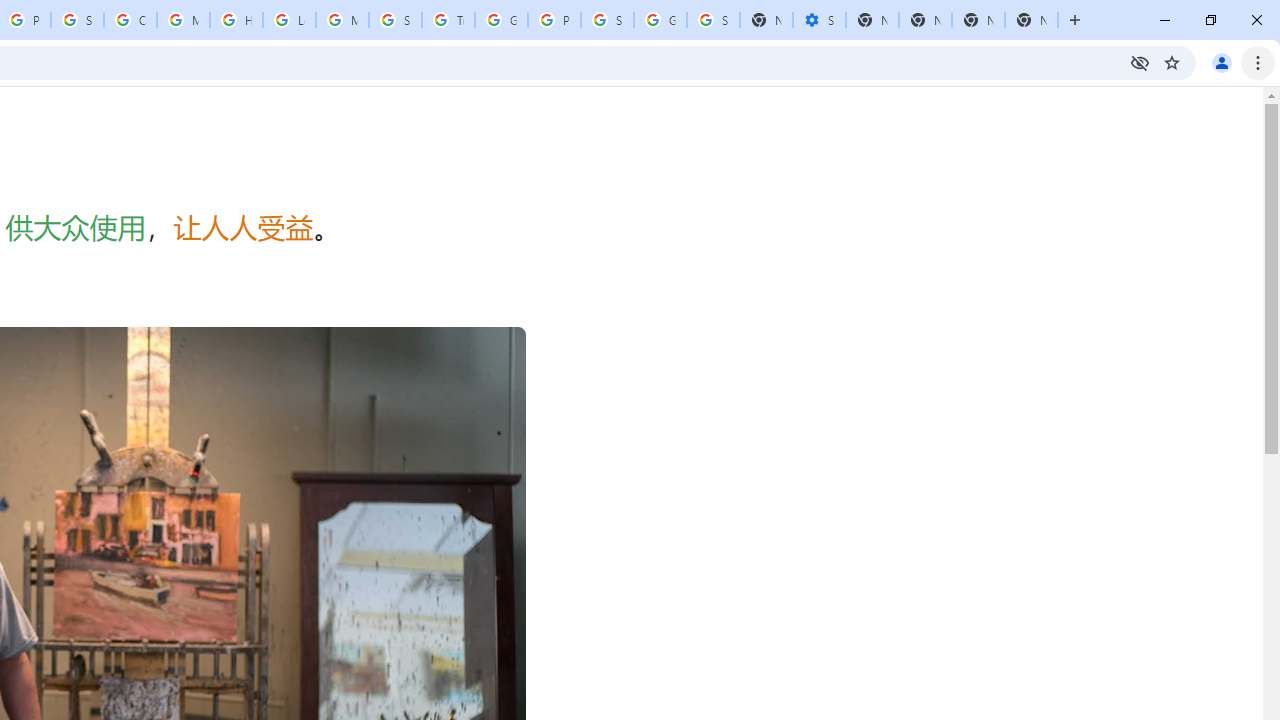 This screenshot has height=720, width=1280. I want to click on 'Google Ads - Sign in', so click(501, 20).